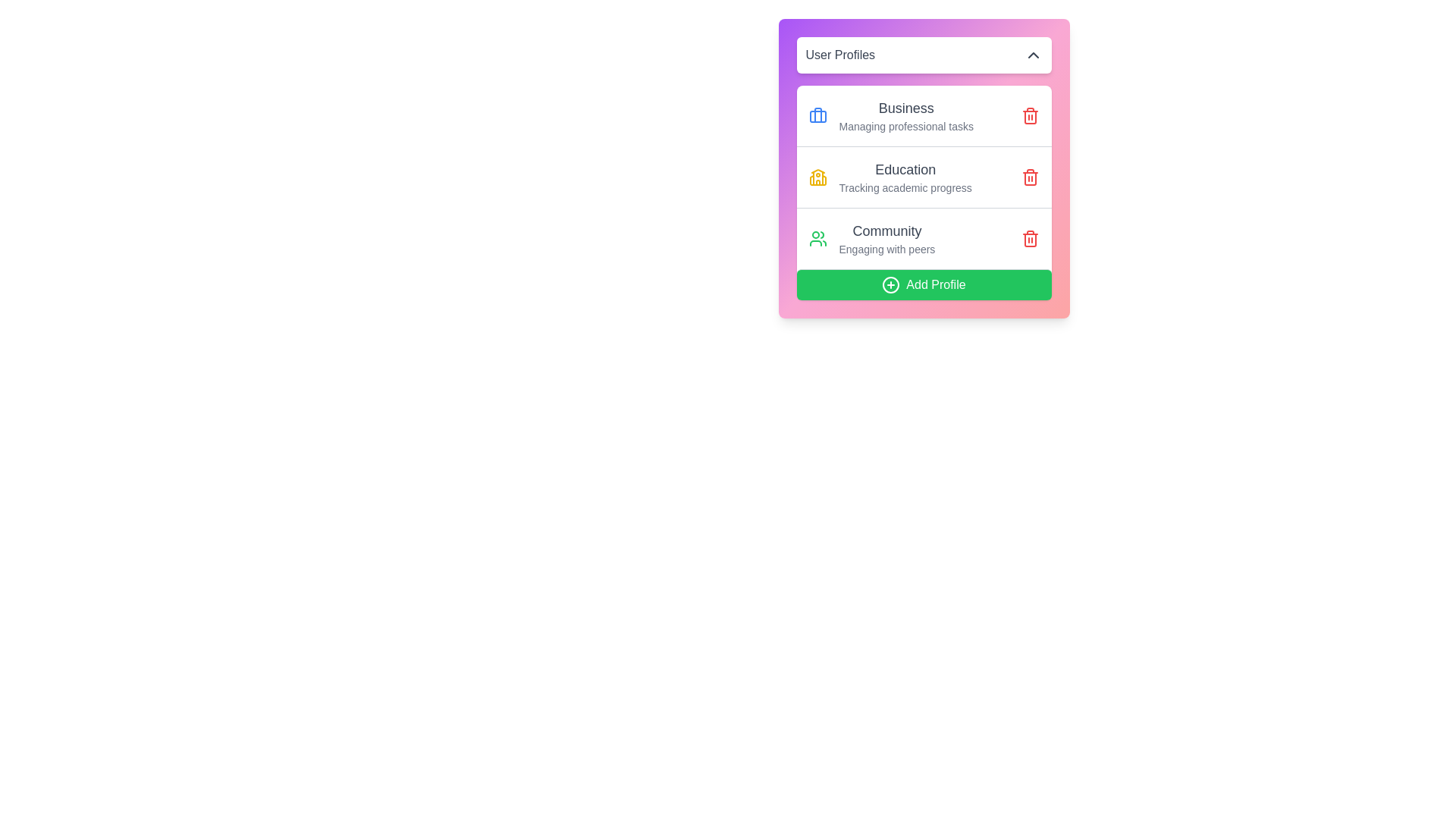  I want to click on the 'Education' section title text label, which is the second entry in the vertical list of user profiles, positioned between 'Business' and 'Community', so click(905, 169).